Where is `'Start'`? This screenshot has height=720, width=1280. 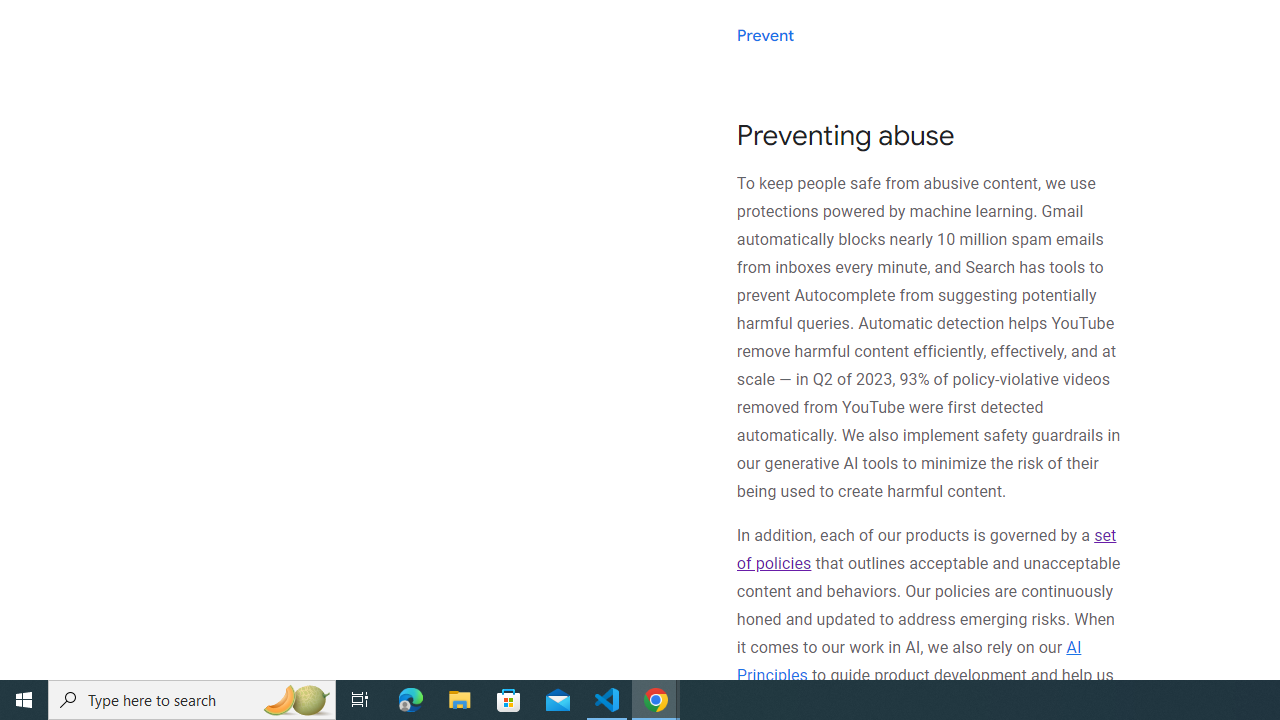 'Start' is located at coordinates (24, 698).